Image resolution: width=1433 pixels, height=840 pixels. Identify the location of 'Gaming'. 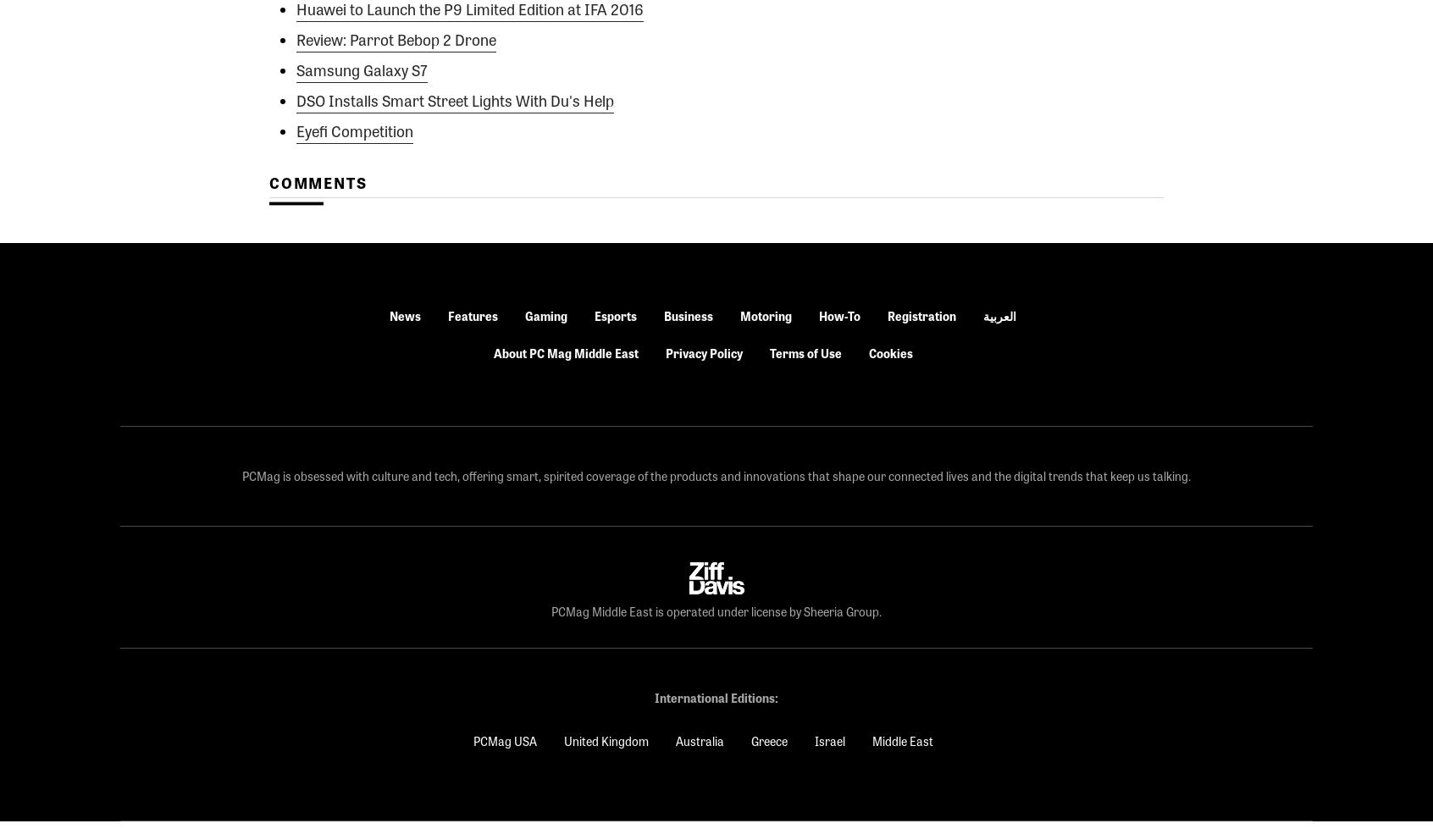
(545, 314).